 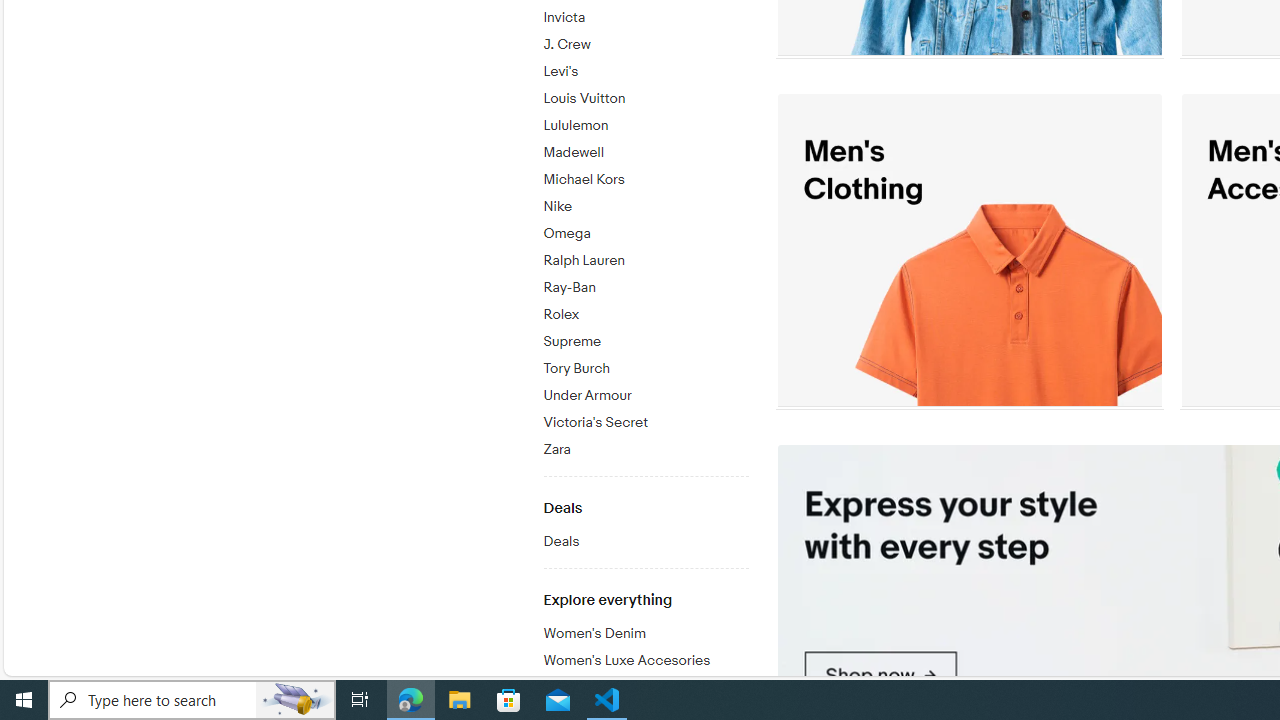 I want to click on 'Victoria', so click(x=645, y=418).